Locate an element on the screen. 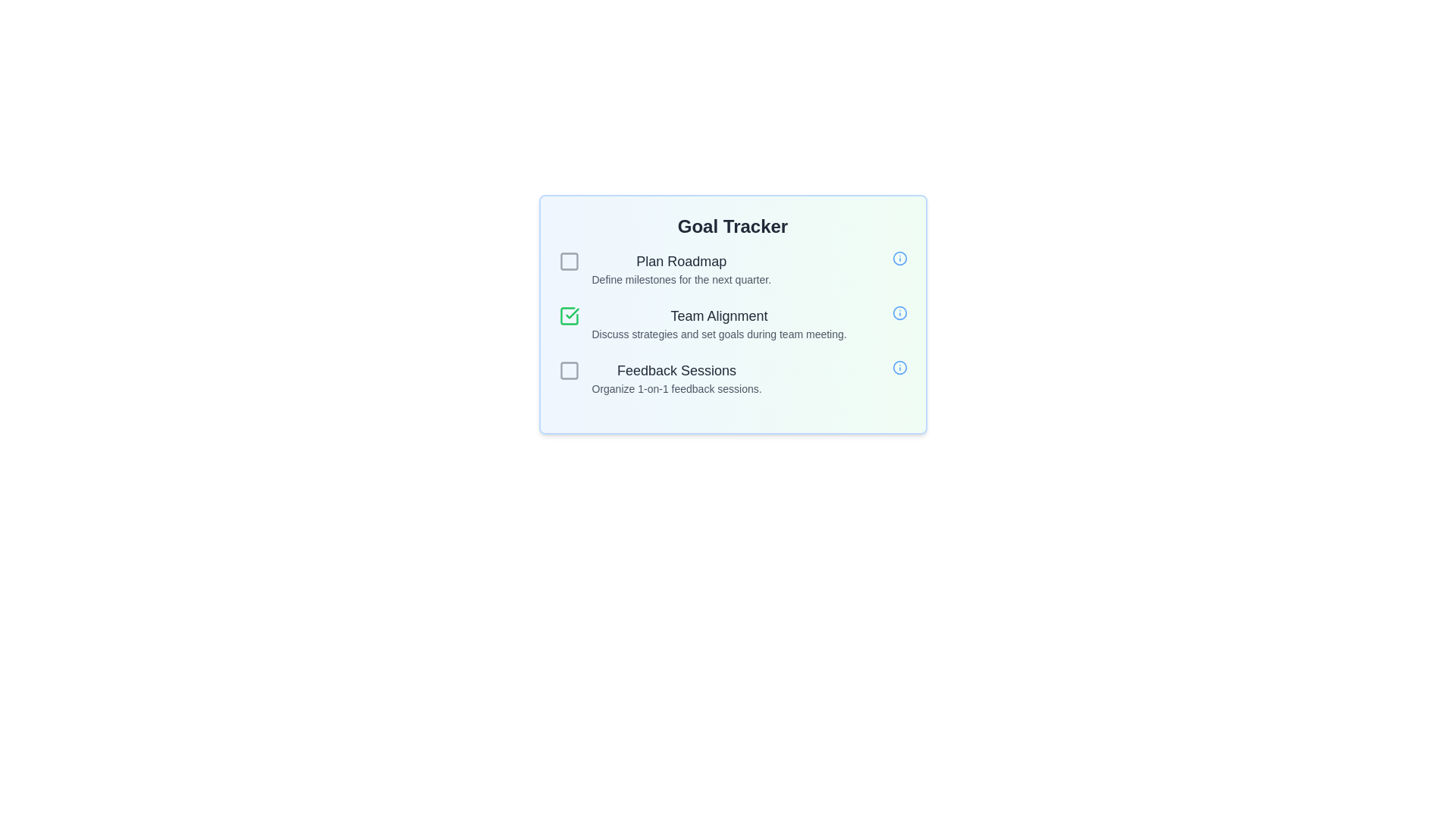 The image size is (1456, 819). the textual heading 'Plan Roadmap' located within the task item block in the Goal Tracker section, styled with a larger font size, bold weight, and dark gray color is located at coordinates (680, 260).